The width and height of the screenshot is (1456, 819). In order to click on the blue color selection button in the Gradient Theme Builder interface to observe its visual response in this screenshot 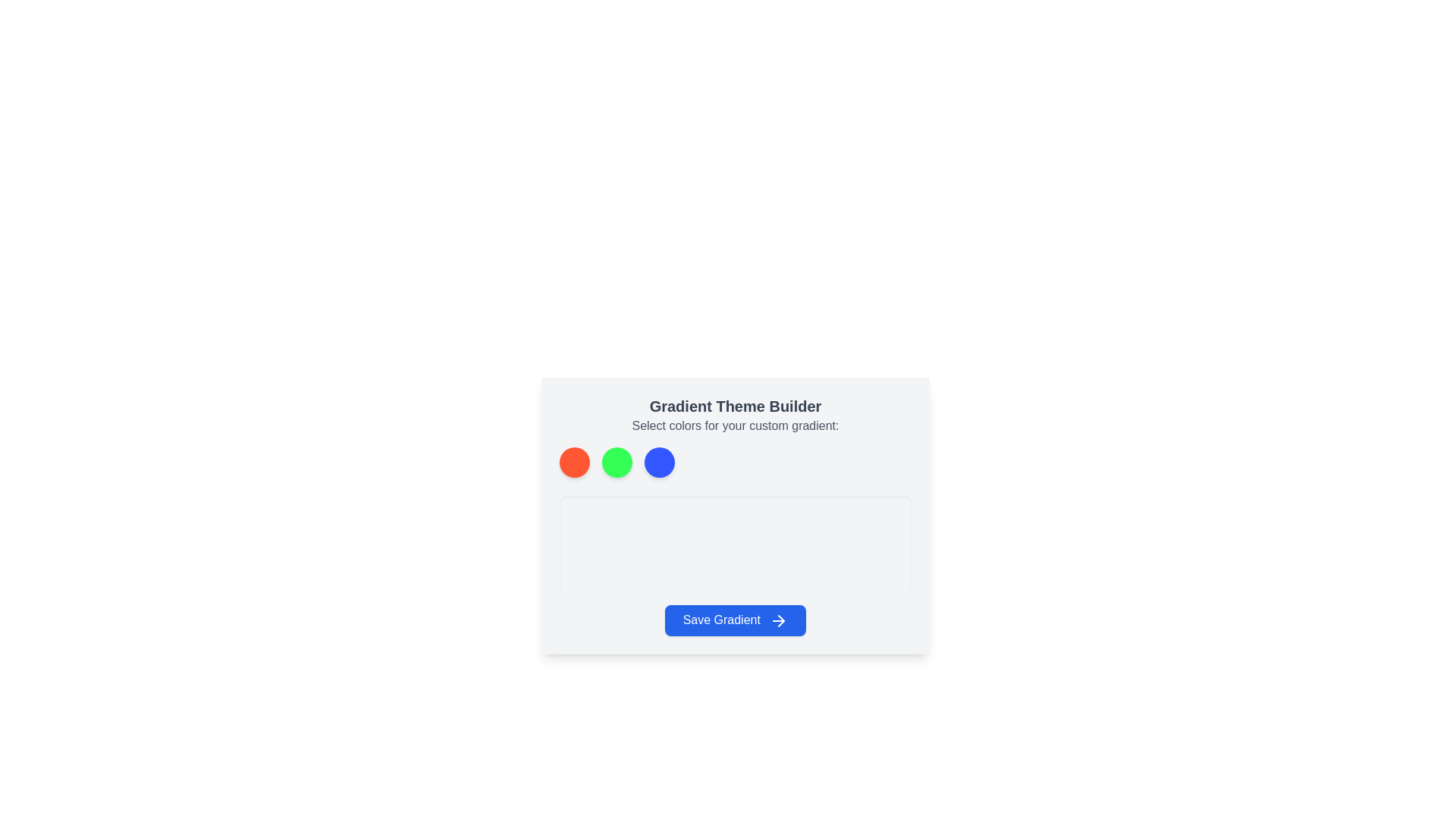, I will do `click(659, 461)`.